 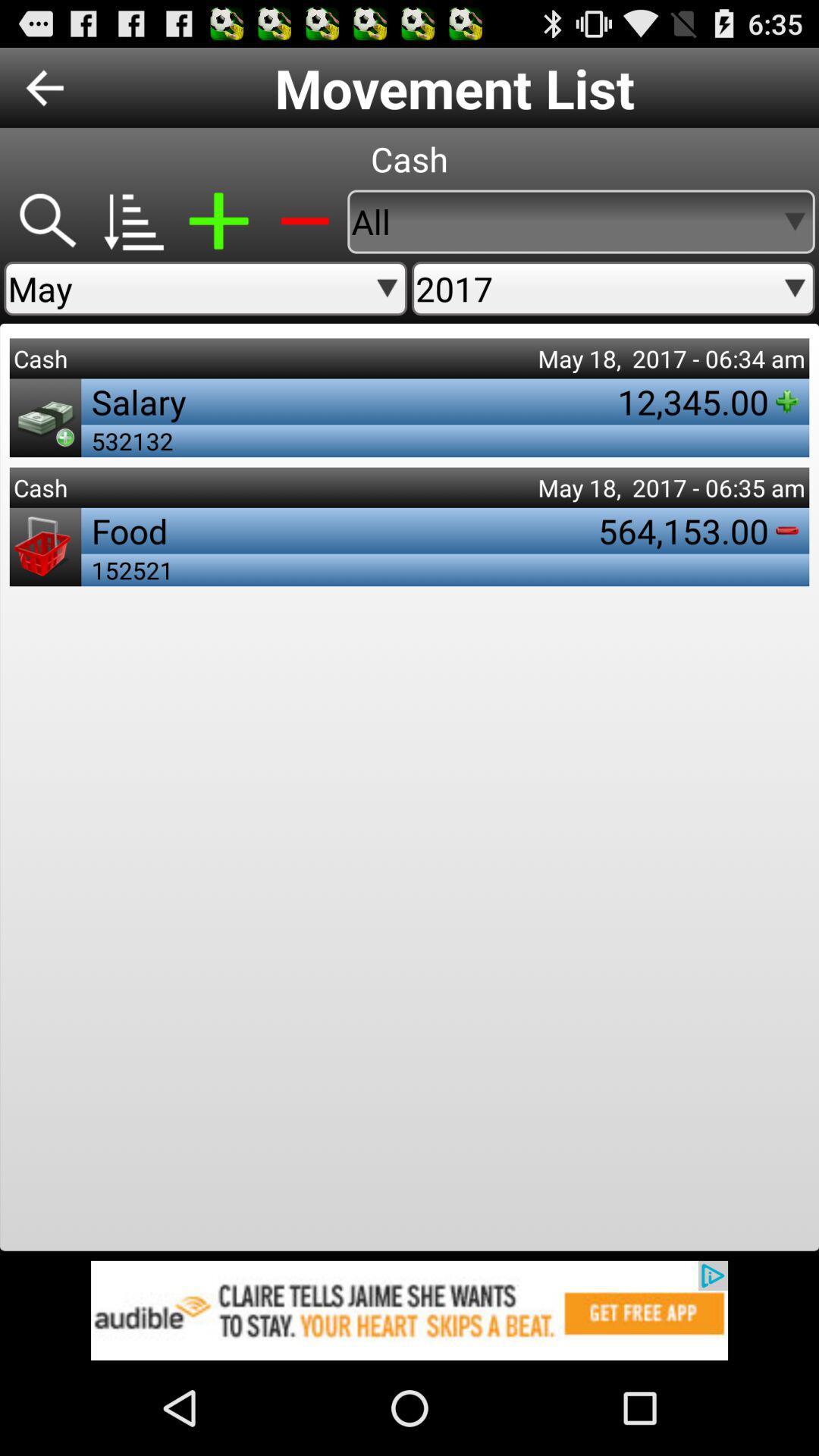 What do you see at coordinates (218, 221) in the screenshot?
I see `movement` at bounding box center [218, 221].